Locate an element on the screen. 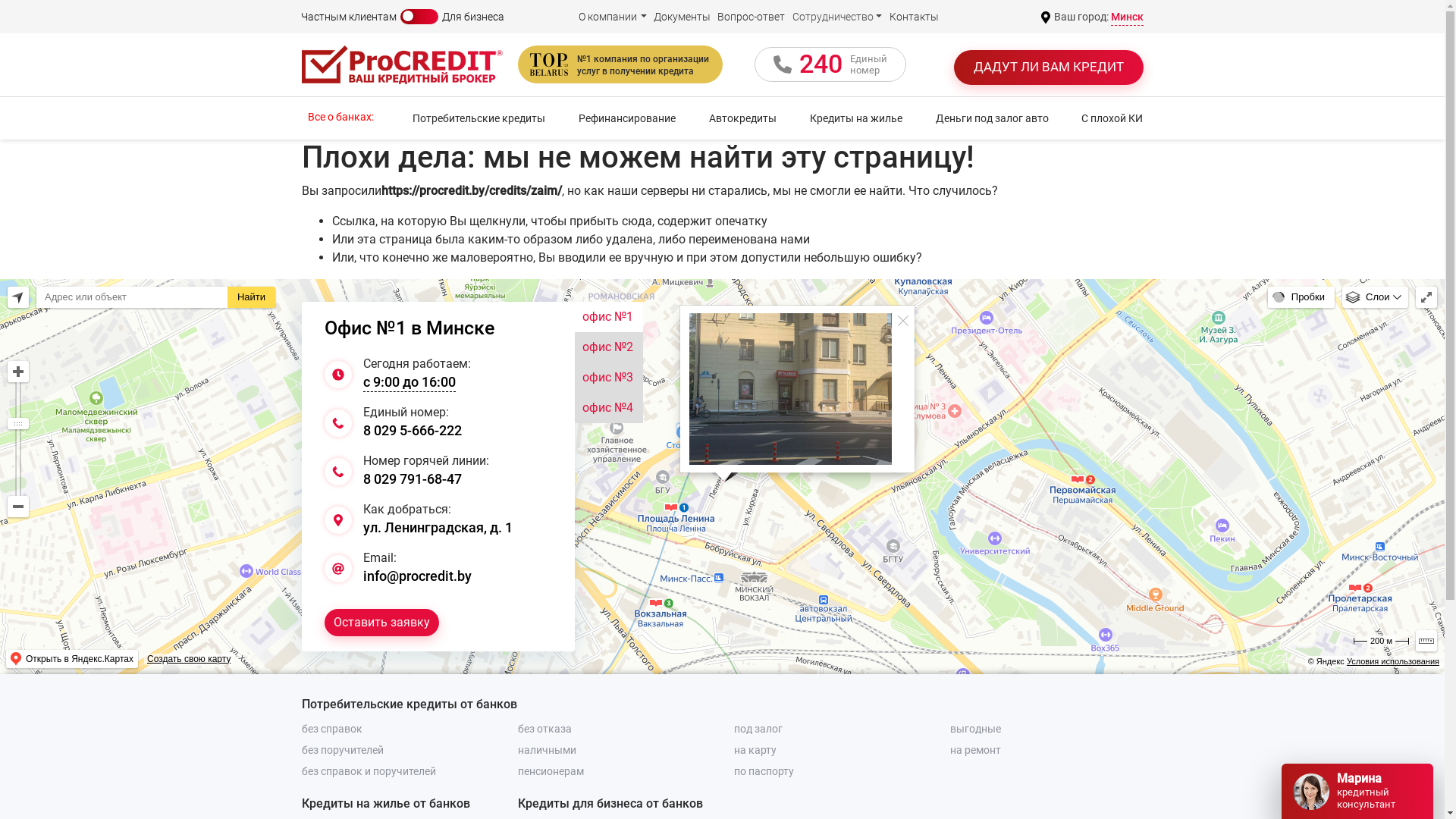 The height and width of the screenshot is (819, 1456). 'info@procredit.by' is located at coordinates (416, 575).